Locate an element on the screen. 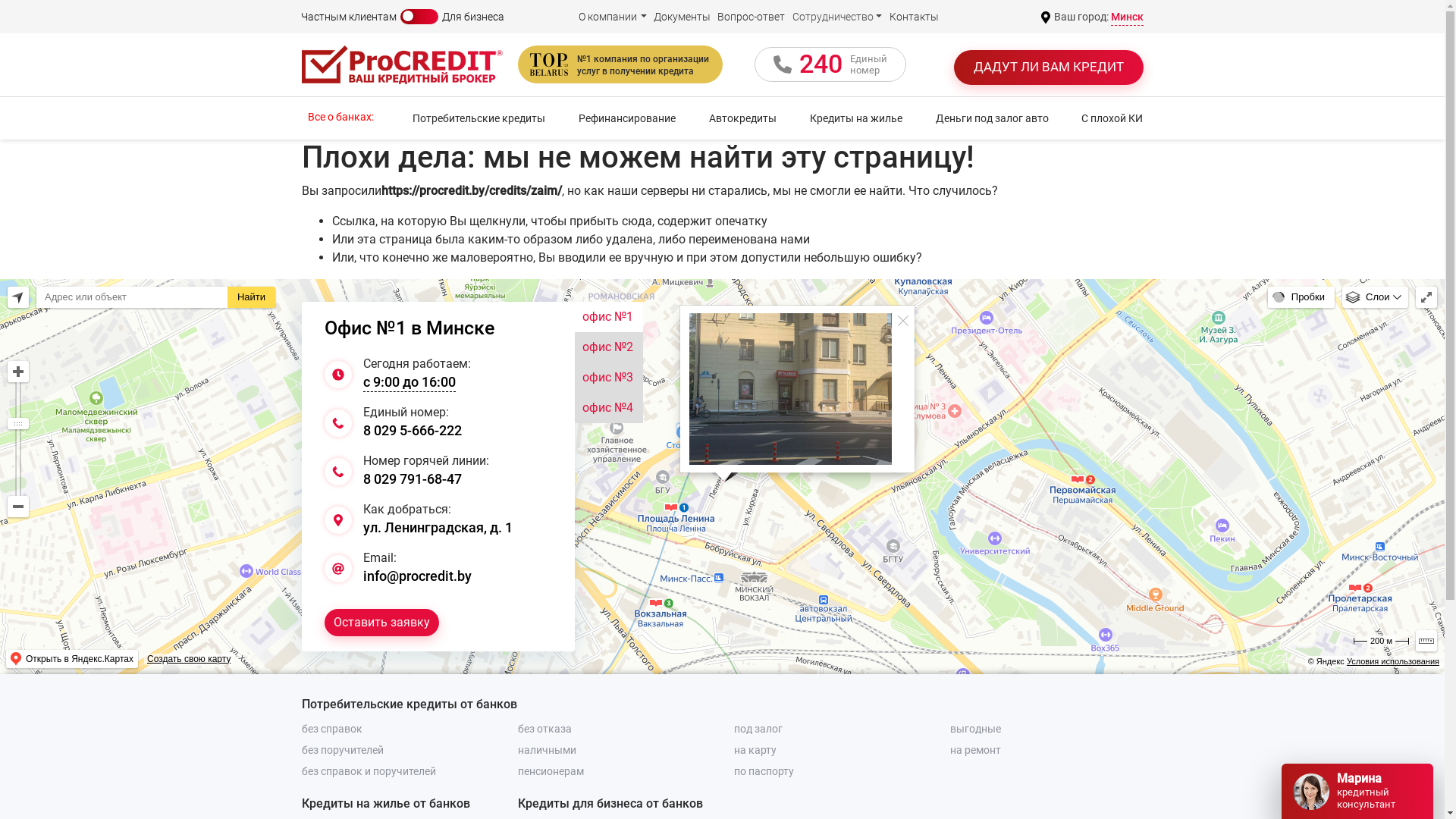 The height and width of the screenshot is (819, 1456). 'info@procredit.by' is located at coordinates (416, 575).